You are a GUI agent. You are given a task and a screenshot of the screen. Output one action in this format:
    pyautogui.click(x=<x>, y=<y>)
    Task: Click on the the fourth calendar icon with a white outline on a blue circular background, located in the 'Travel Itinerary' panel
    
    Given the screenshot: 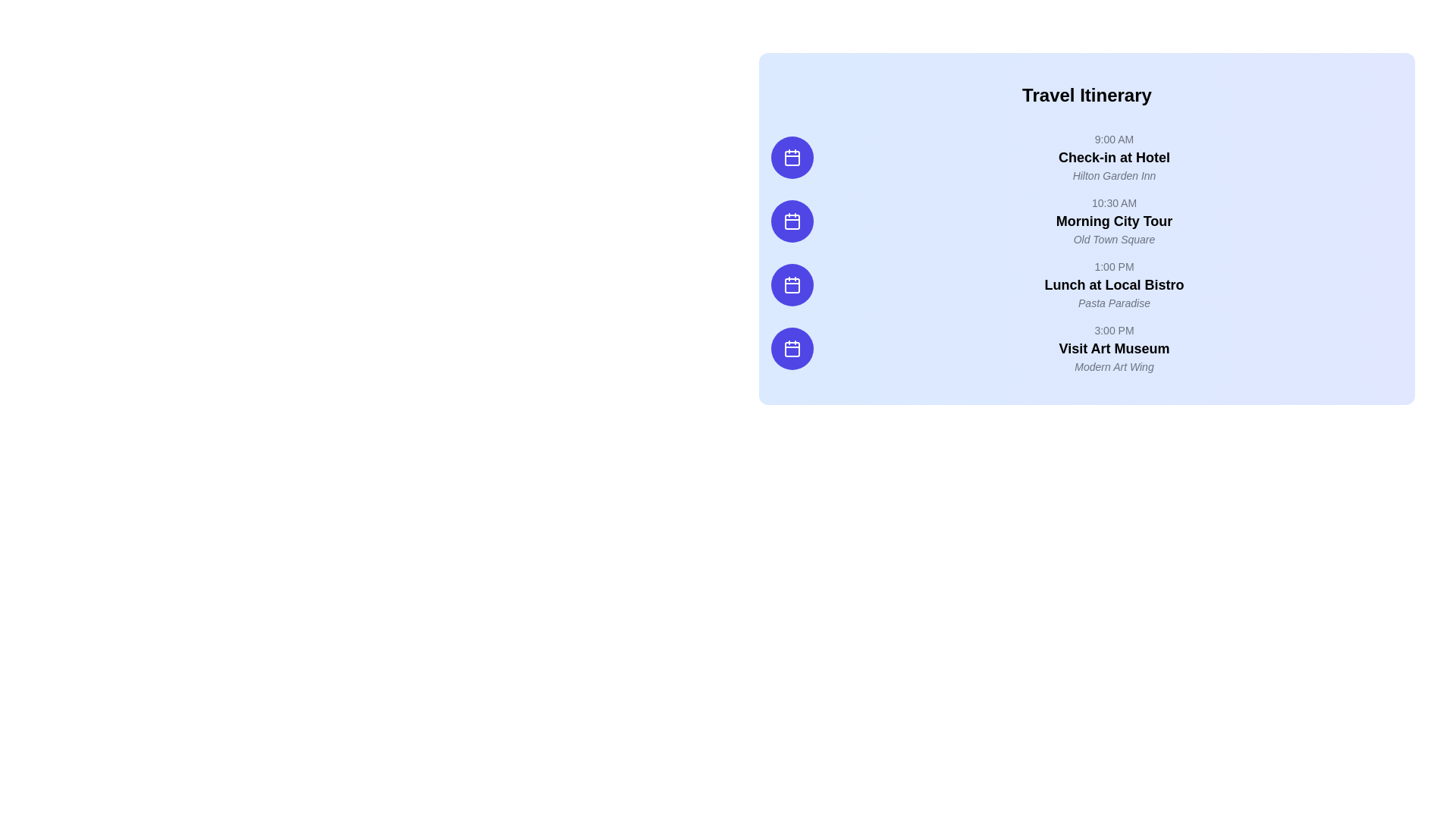 What is the action you would take?
    pyautogui.click(x=792, y=348)
    